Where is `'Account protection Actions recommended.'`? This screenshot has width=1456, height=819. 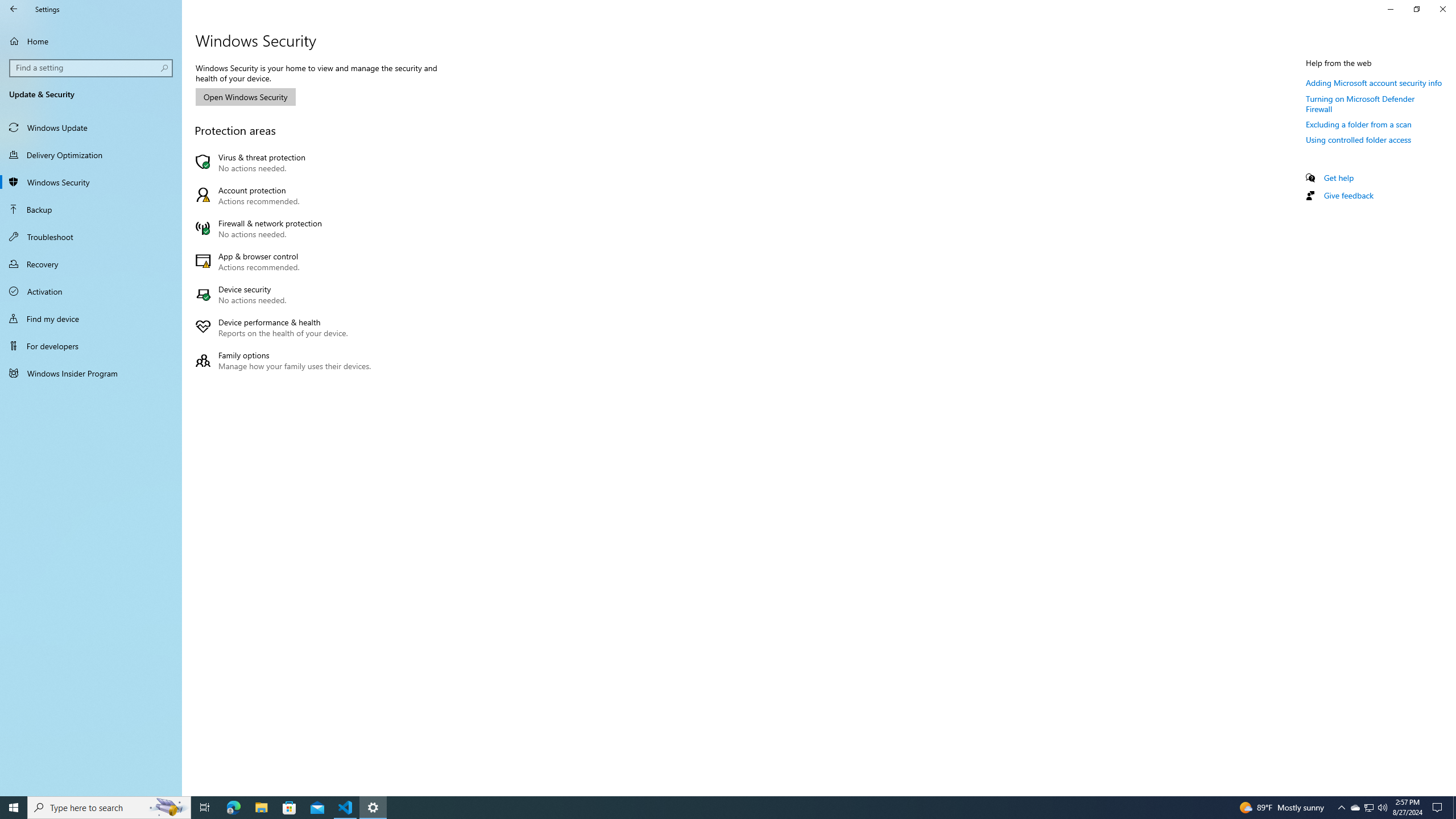 'Account protection Actions recommended.' is located at coordinates (286, 196).